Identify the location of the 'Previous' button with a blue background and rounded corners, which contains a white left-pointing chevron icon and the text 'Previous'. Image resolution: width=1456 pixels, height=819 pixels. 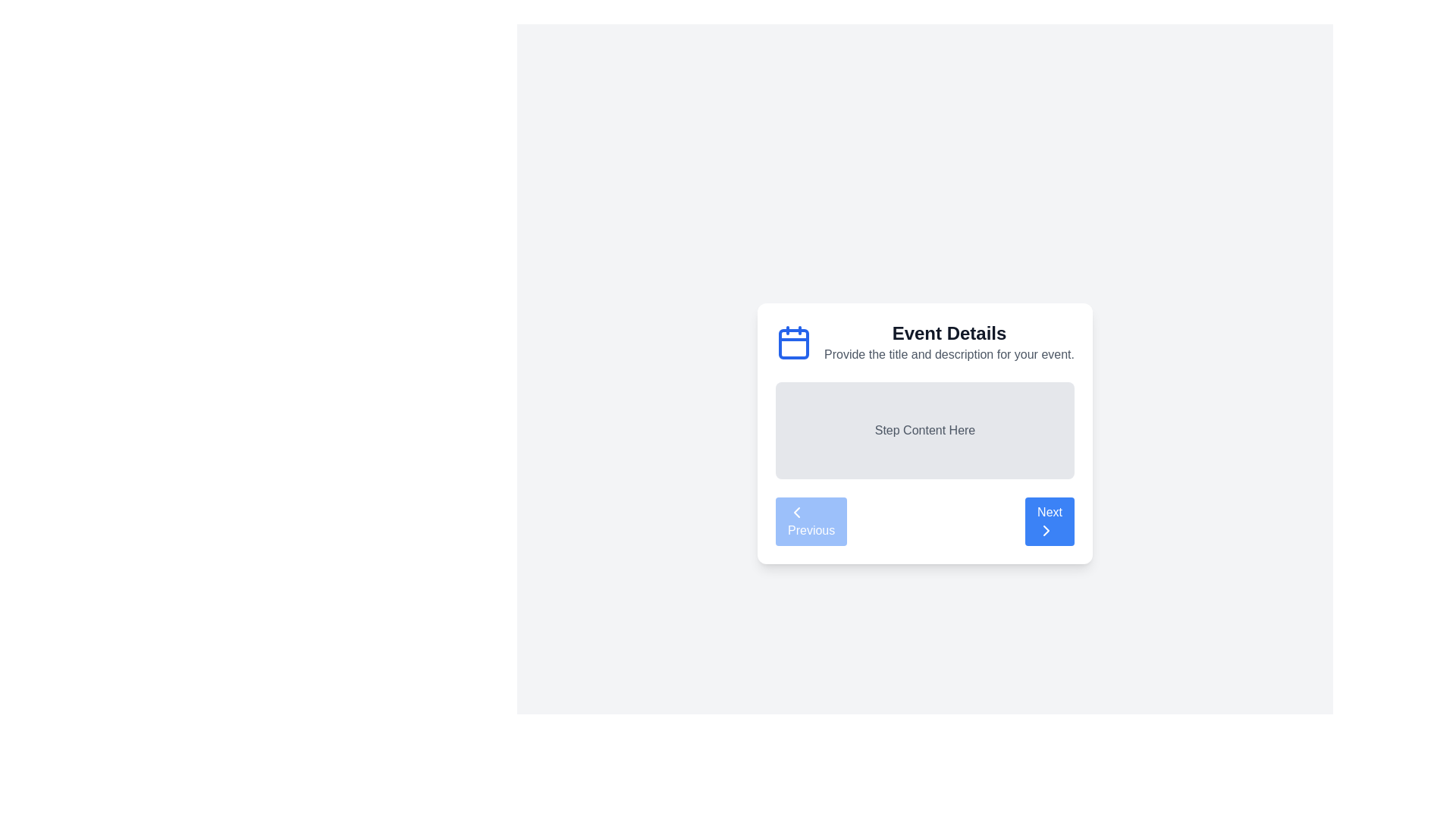
(811, 520).